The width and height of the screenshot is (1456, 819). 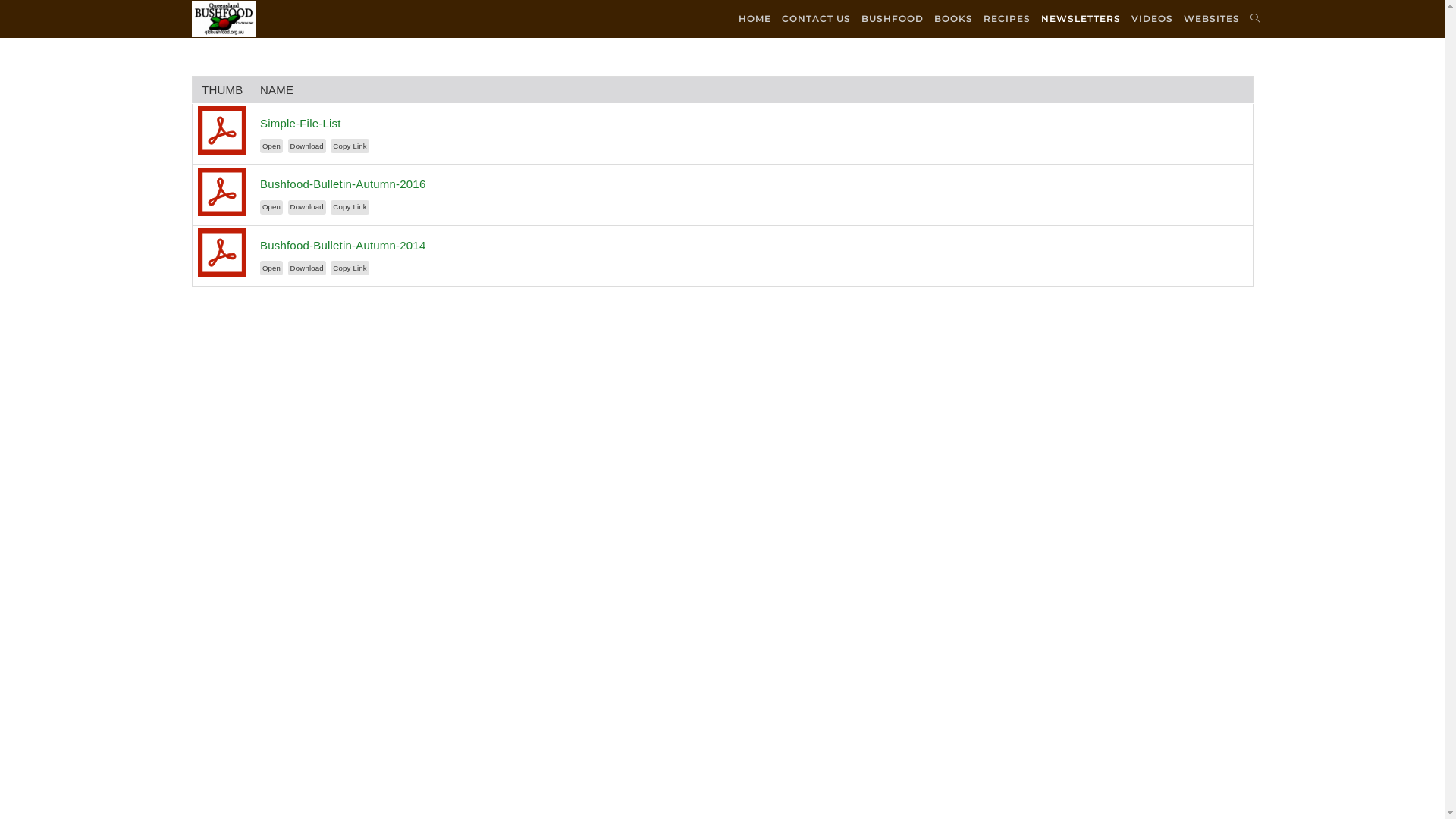 I want to click on 'Simple-File-List', so click(x=300, y=122).